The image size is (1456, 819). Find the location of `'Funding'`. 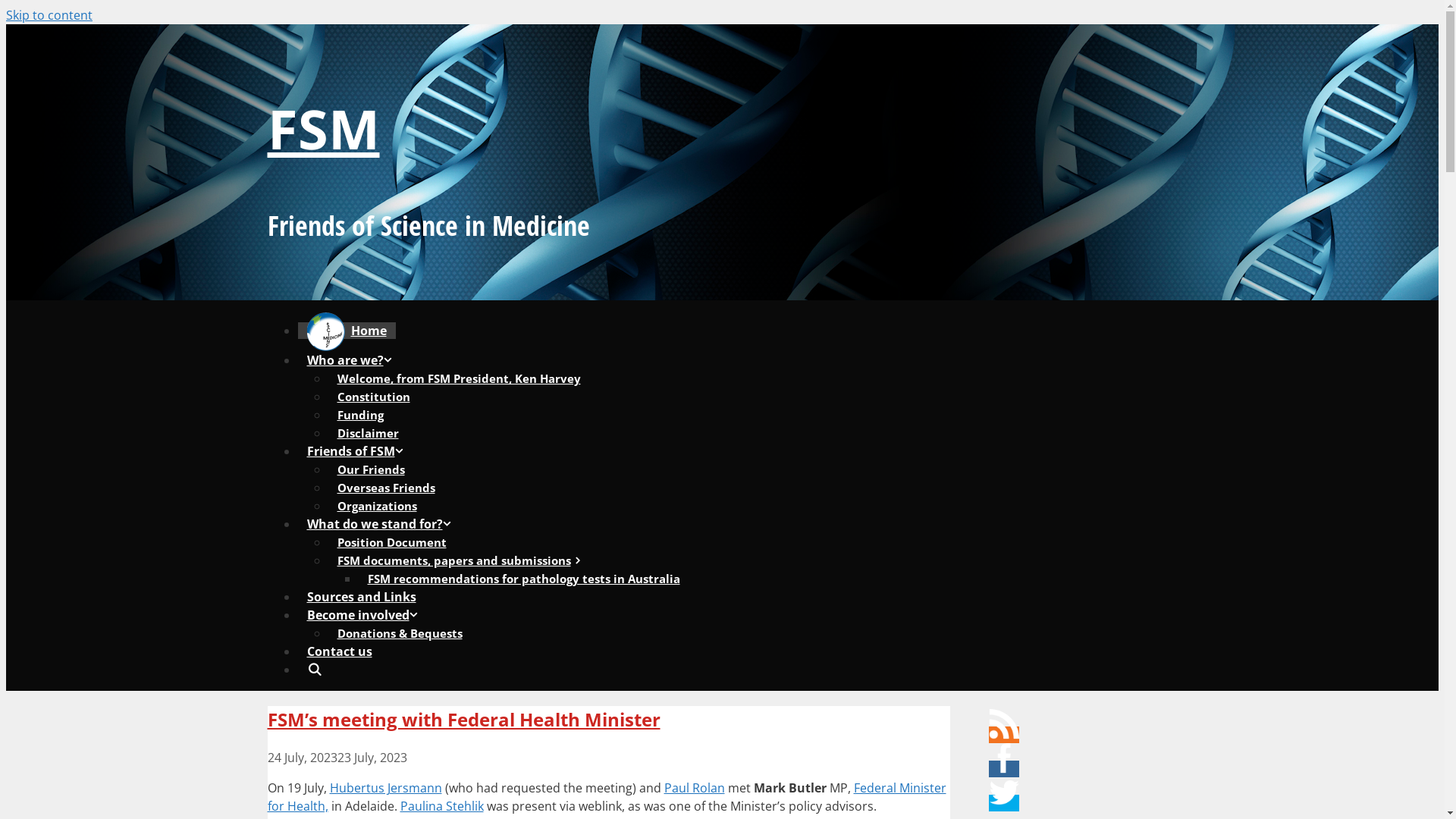

'Funding' is located at coordinates (359, 415).